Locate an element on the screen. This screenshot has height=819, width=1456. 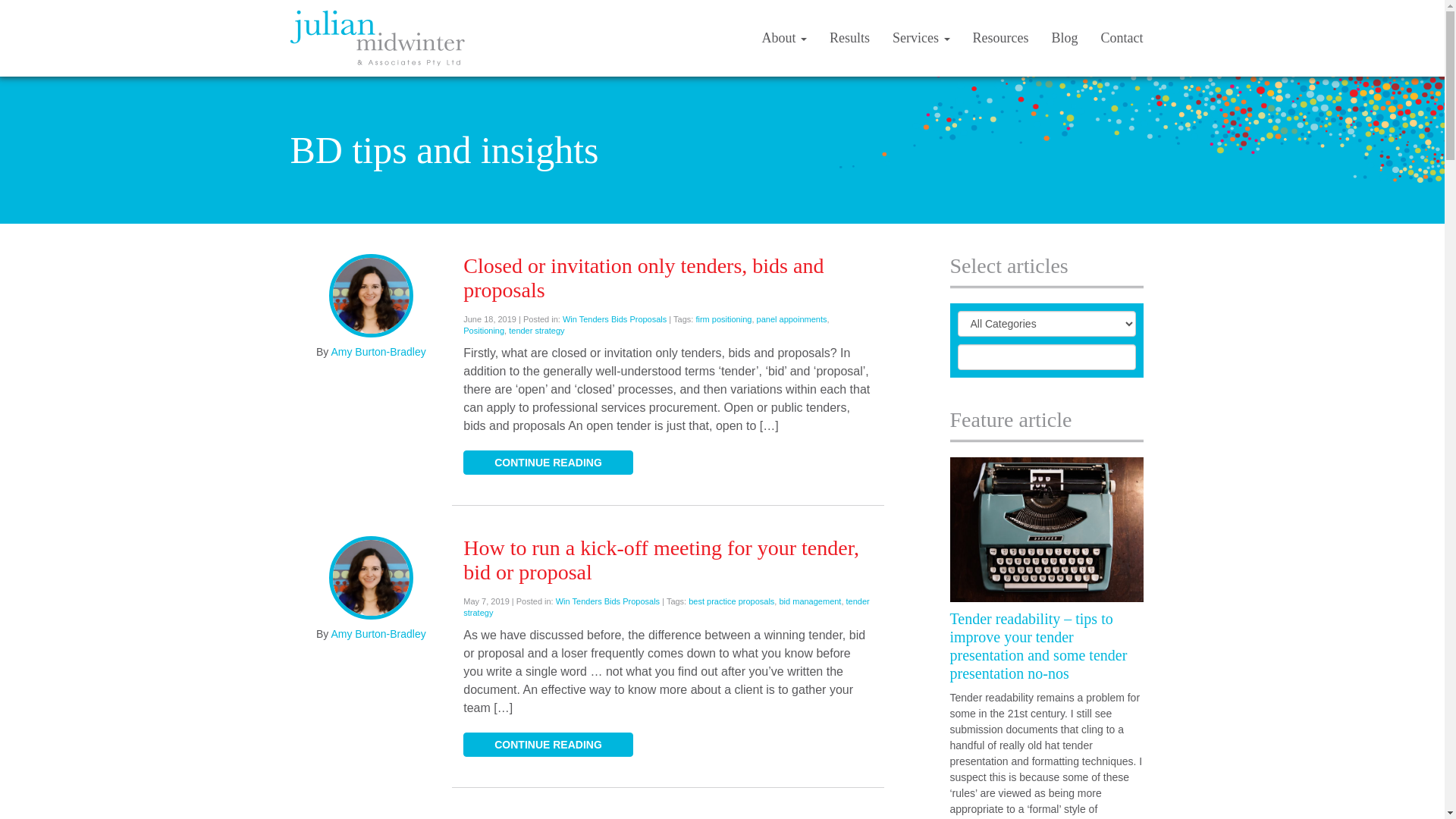
'bid management' is located at coordinates (809, 601).